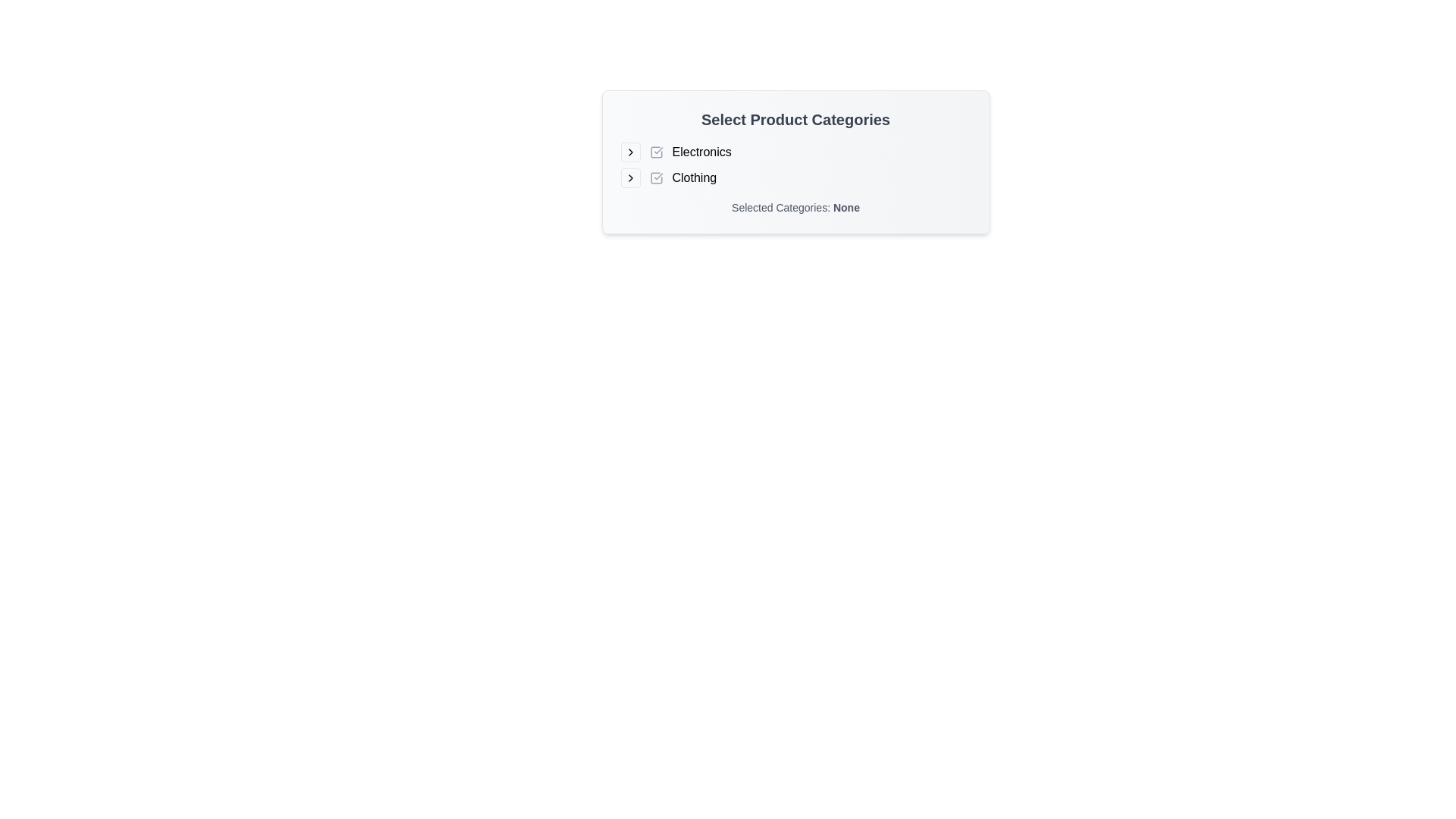  I want to click on the checkbox associated with the 'Clothing' category in the product listing interface, so click(795, 177).